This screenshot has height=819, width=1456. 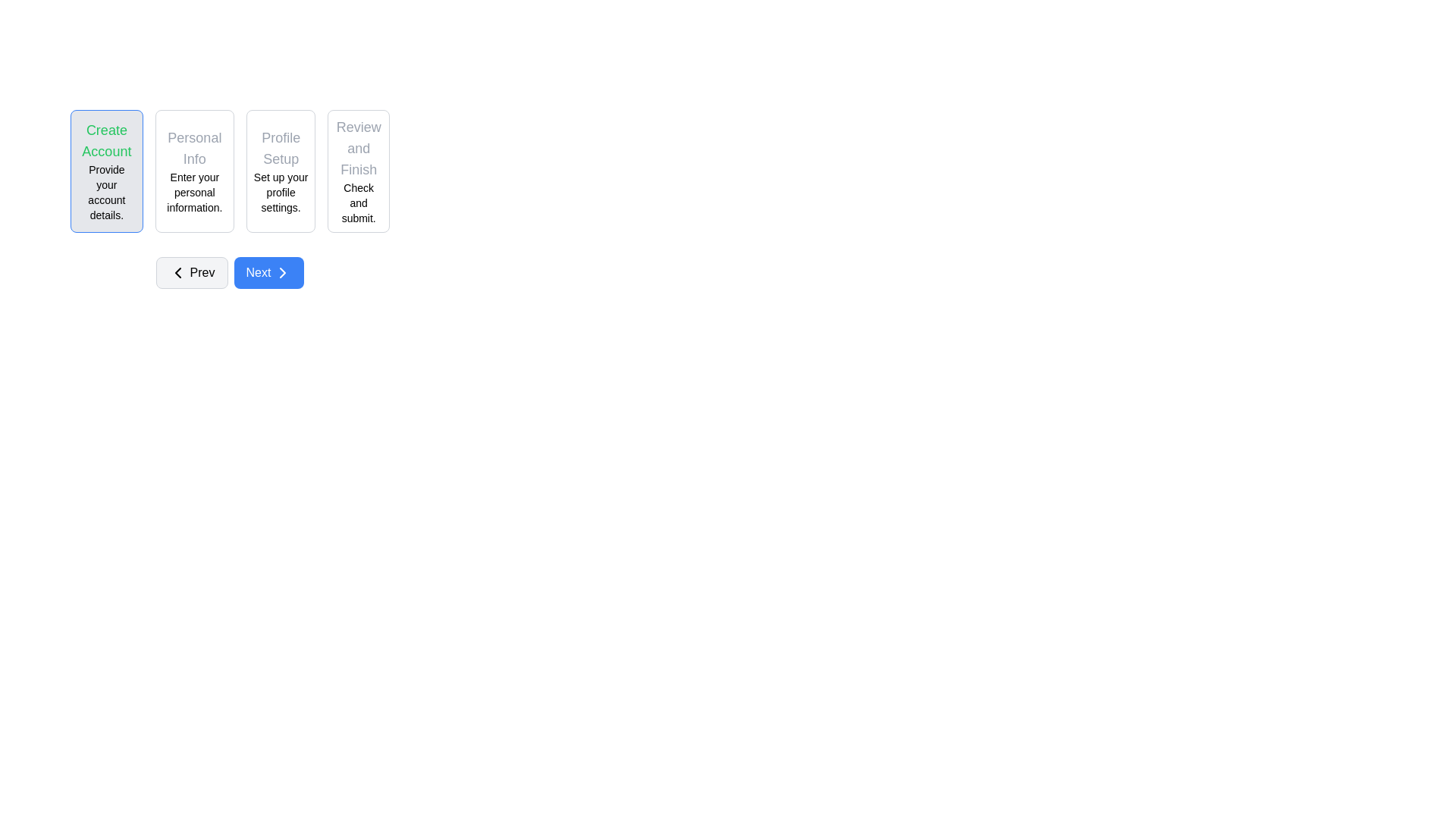 I want to click on the navigation button that allows users to go to the previous step in the multi-step process, located at the bottom center of the interface, left of the 'Next' button, to change its background color, so click(x=191, y=271).